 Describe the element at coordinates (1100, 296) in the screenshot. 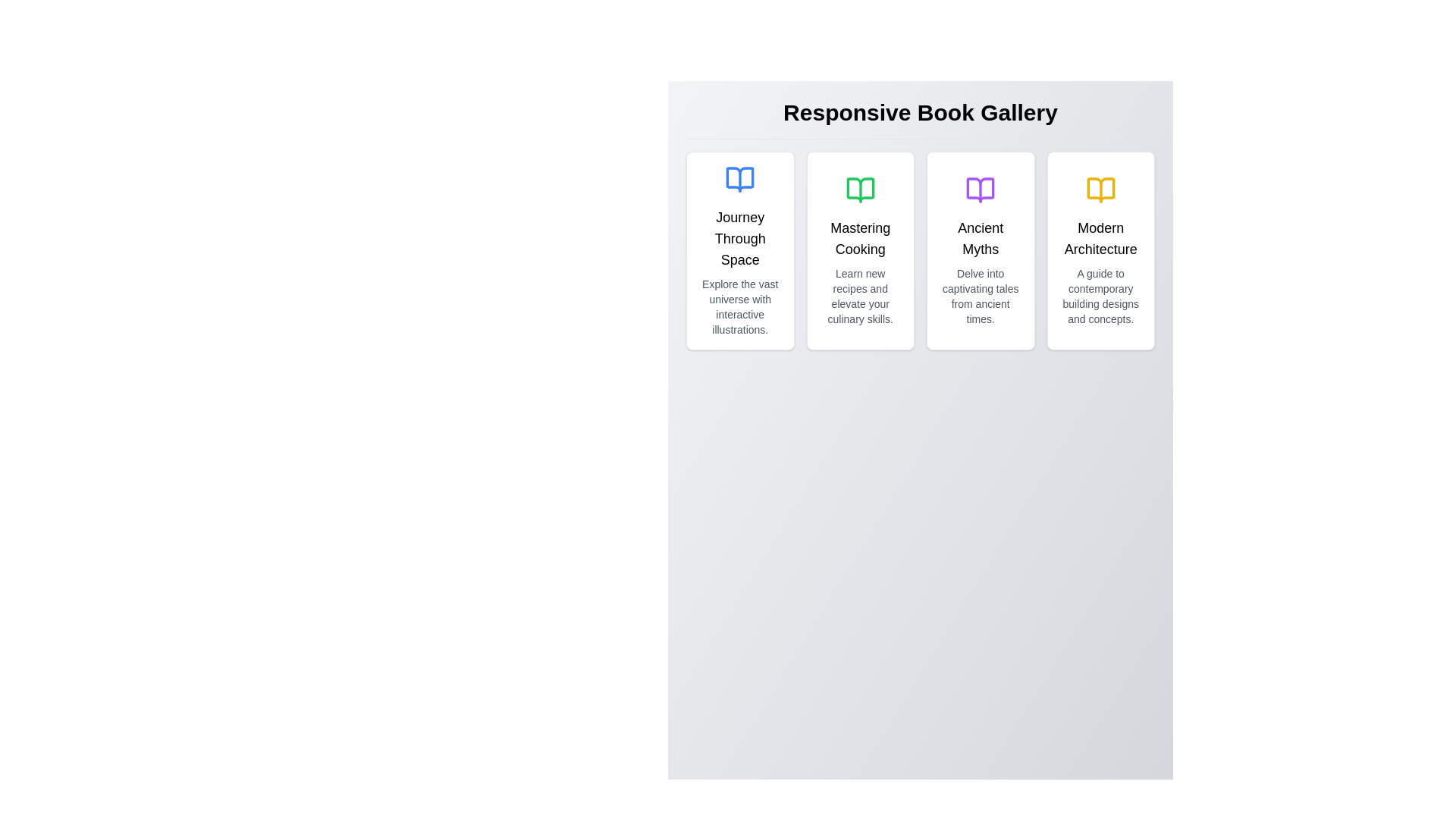

I see `the text label 'A guide to contemporary building designs and concepts.' located below the title 'Modern Architecture' in the fourth card of the grid` at that location.